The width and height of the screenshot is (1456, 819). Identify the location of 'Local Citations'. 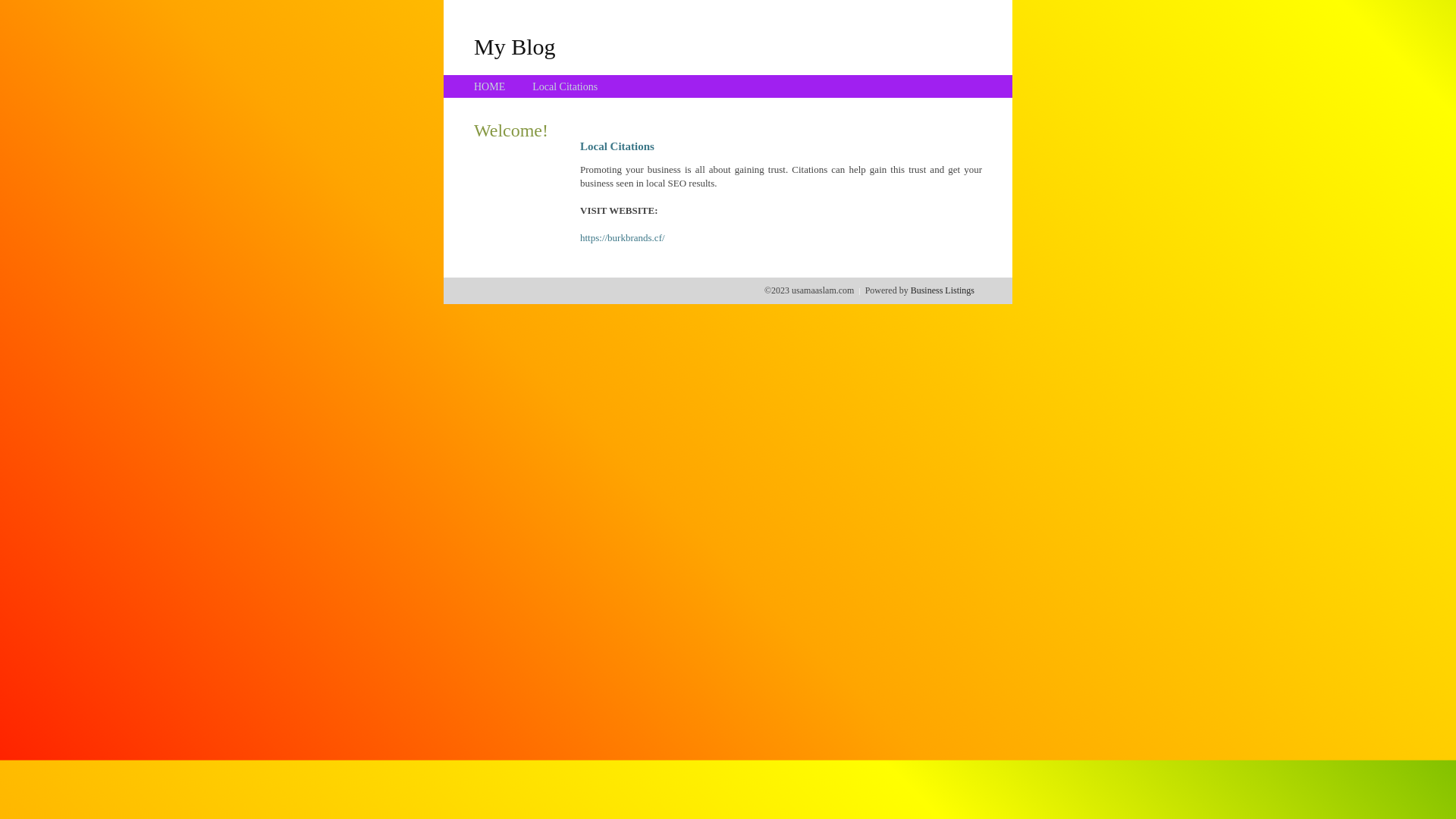
(563, 86).